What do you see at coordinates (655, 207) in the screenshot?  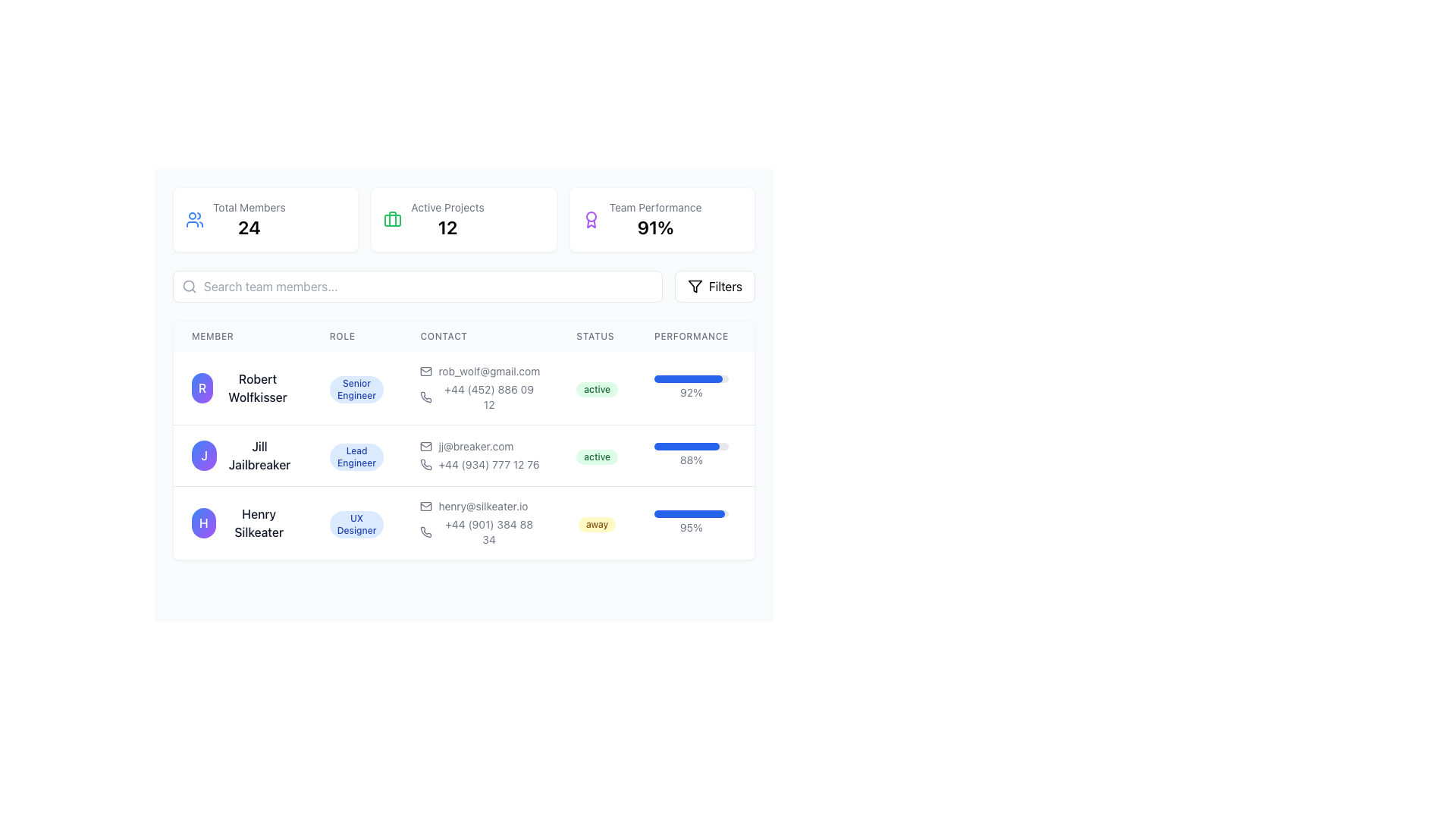 I see `the text label reading 'Team Performance', which is styled in a smaller, gray-colored font and is located above '91%' in the top-right section of the interface` at bounding box center [655, 207].